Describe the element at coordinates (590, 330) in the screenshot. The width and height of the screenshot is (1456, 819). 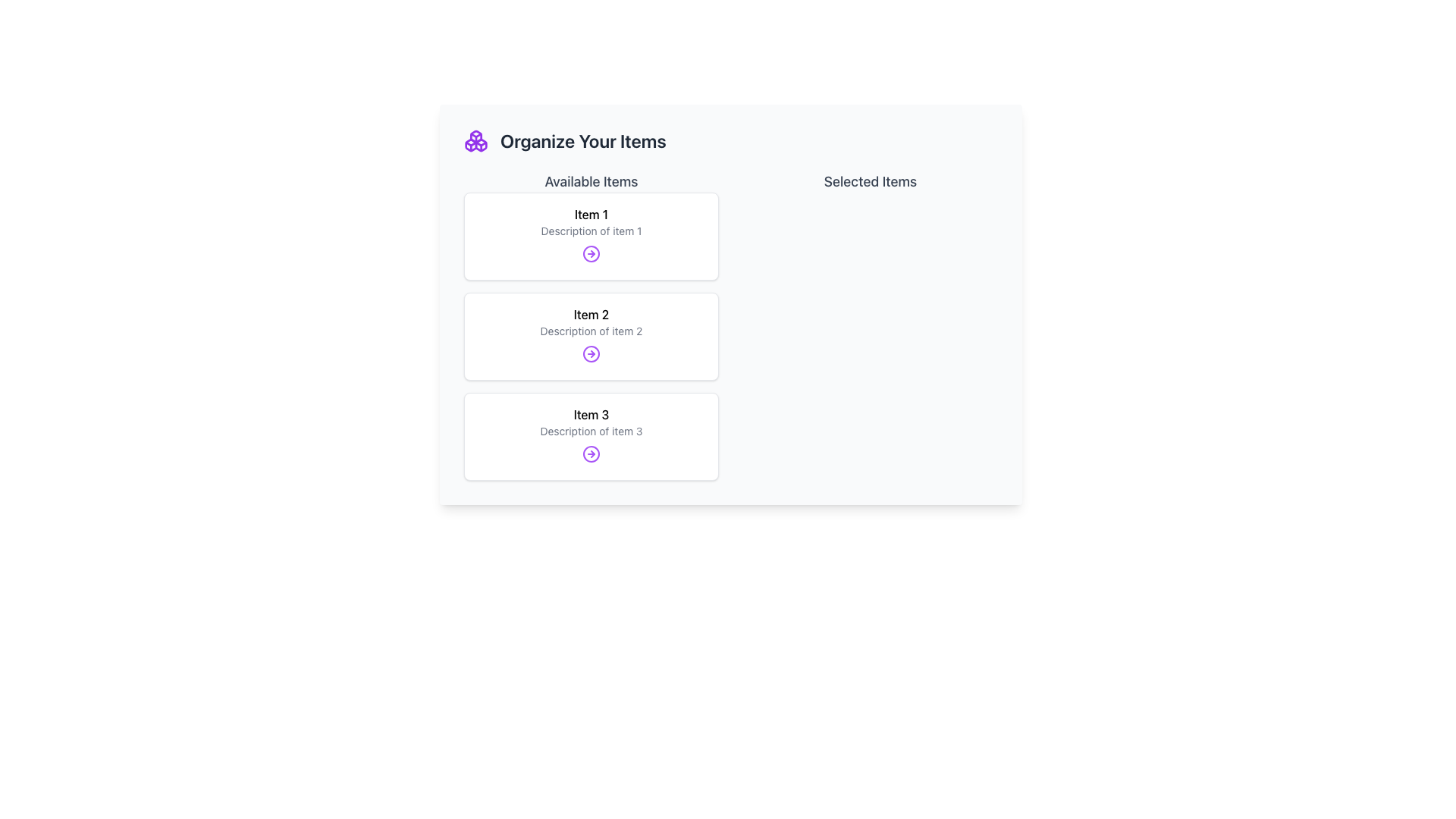
I see `the descriptive text label beneath the 'Item 2' heading in the second card of the 'Available Items' section` at that location.